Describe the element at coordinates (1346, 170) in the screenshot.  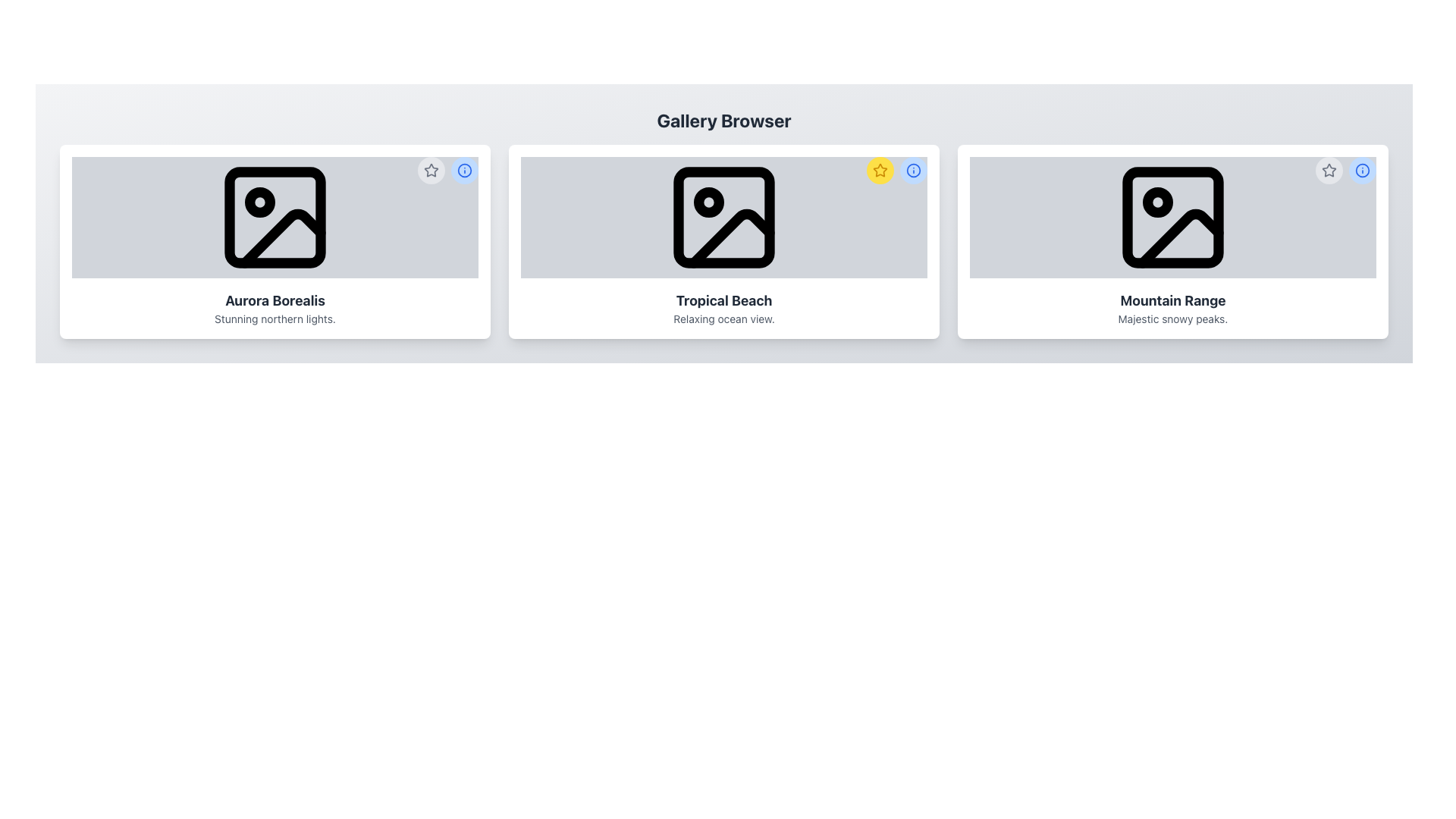
I see `the info icon located in the top right corner of the card displaying 'Mountain Range'` at that location.